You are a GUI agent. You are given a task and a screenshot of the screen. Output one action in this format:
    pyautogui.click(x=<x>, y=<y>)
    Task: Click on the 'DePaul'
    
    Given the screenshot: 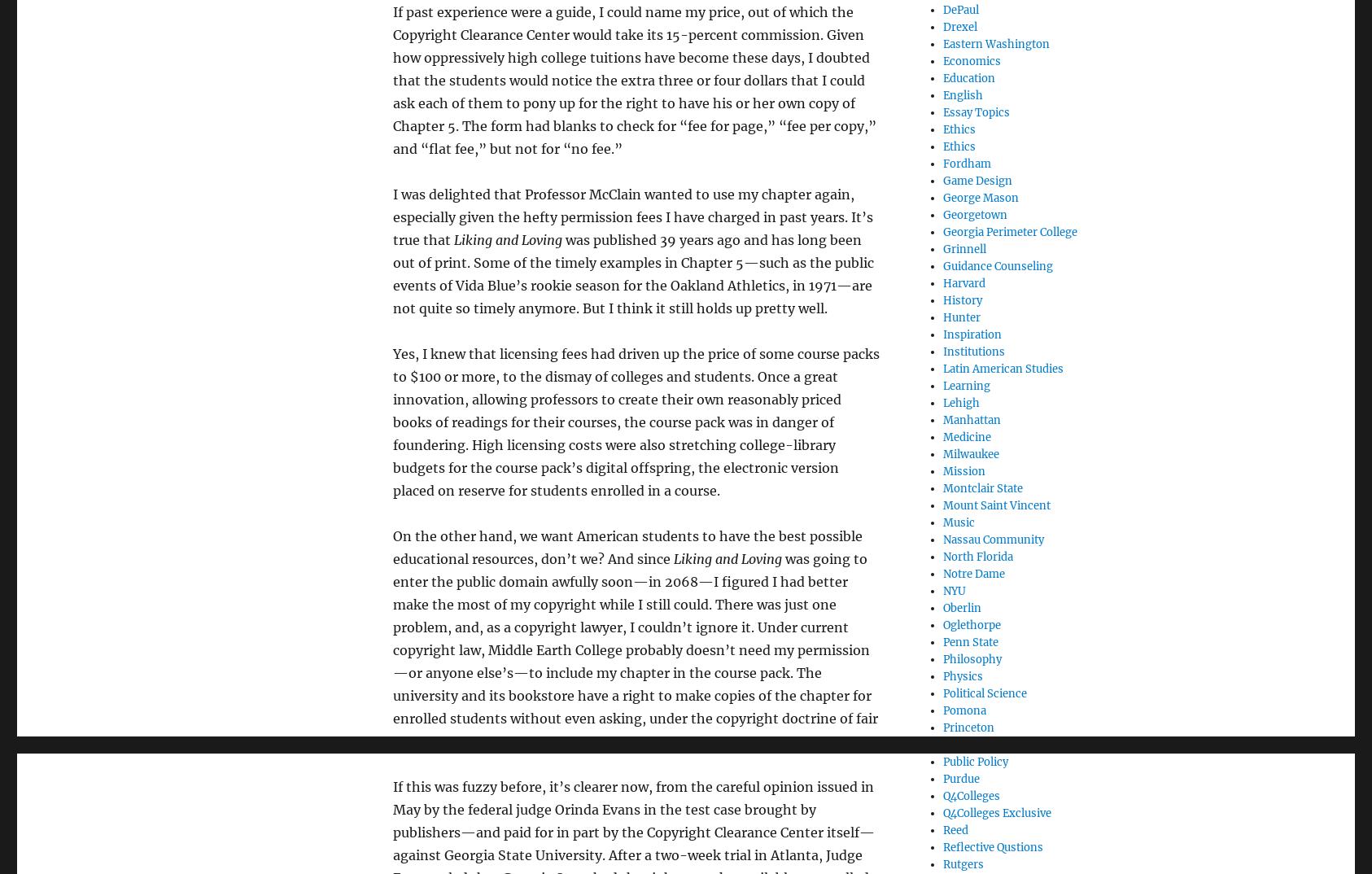 What is the action you would take?
    pyautogui.click(x=960, y=8)
    